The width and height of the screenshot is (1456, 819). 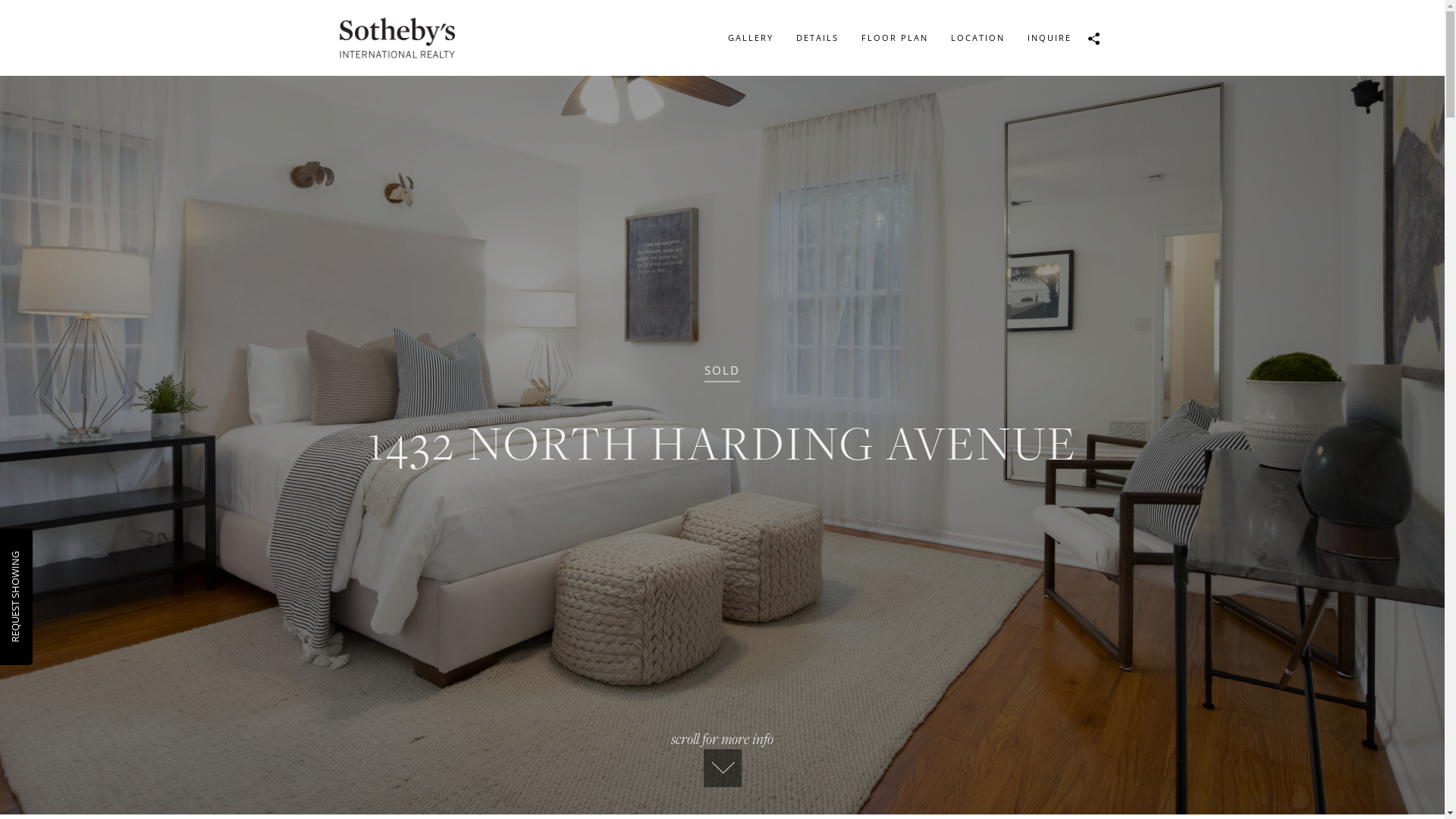 I want to click on 'FLOOR PLAN', so click(x=848, y=37).